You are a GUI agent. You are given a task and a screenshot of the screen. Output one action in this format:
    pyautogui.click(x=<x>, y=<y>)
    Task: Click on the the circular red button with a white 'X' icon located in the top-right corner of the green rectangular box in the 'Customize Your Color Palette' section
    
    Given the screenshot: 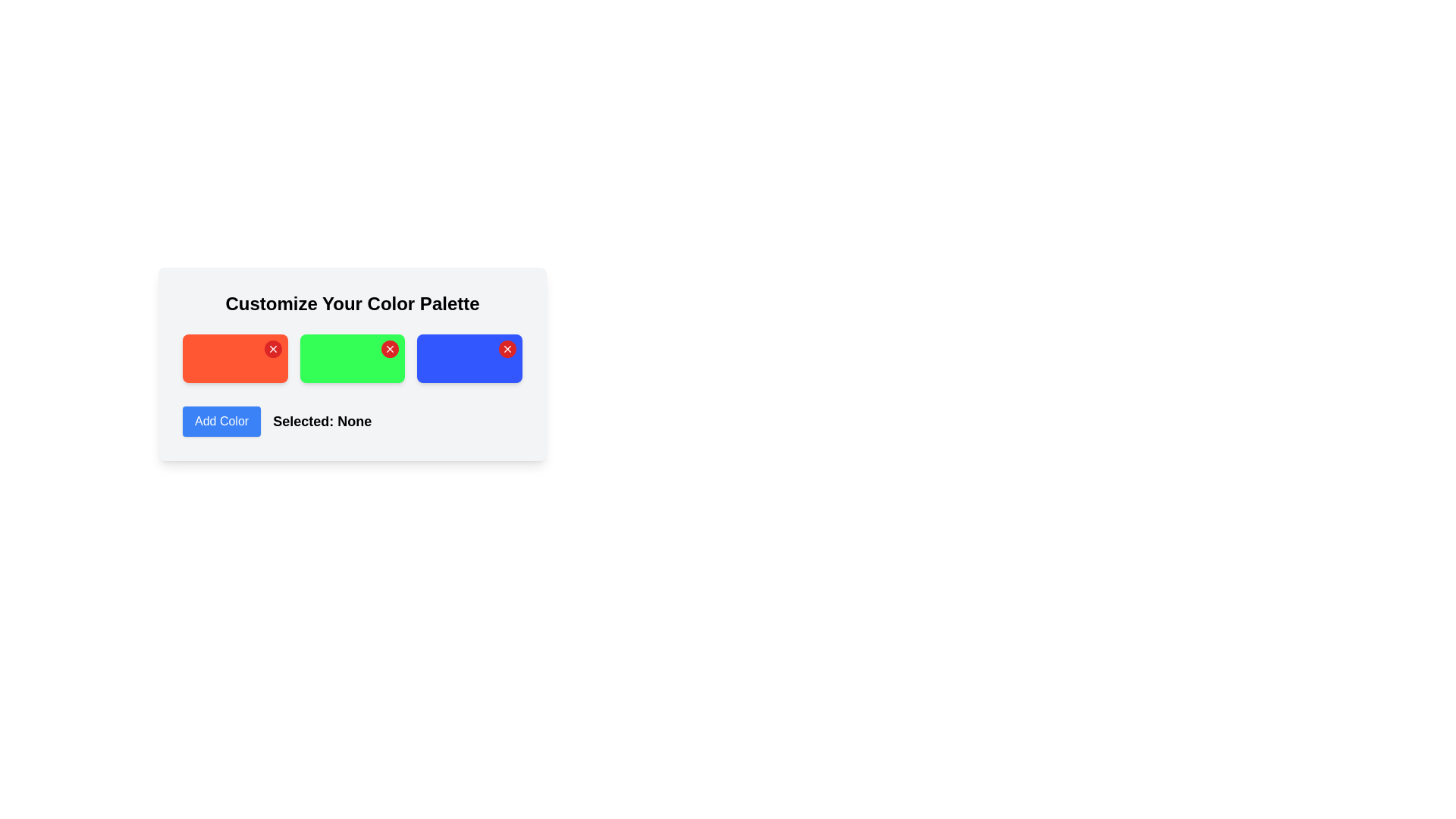 What is the action you would take?
    pyautogui.click(x=390, y=349)
    